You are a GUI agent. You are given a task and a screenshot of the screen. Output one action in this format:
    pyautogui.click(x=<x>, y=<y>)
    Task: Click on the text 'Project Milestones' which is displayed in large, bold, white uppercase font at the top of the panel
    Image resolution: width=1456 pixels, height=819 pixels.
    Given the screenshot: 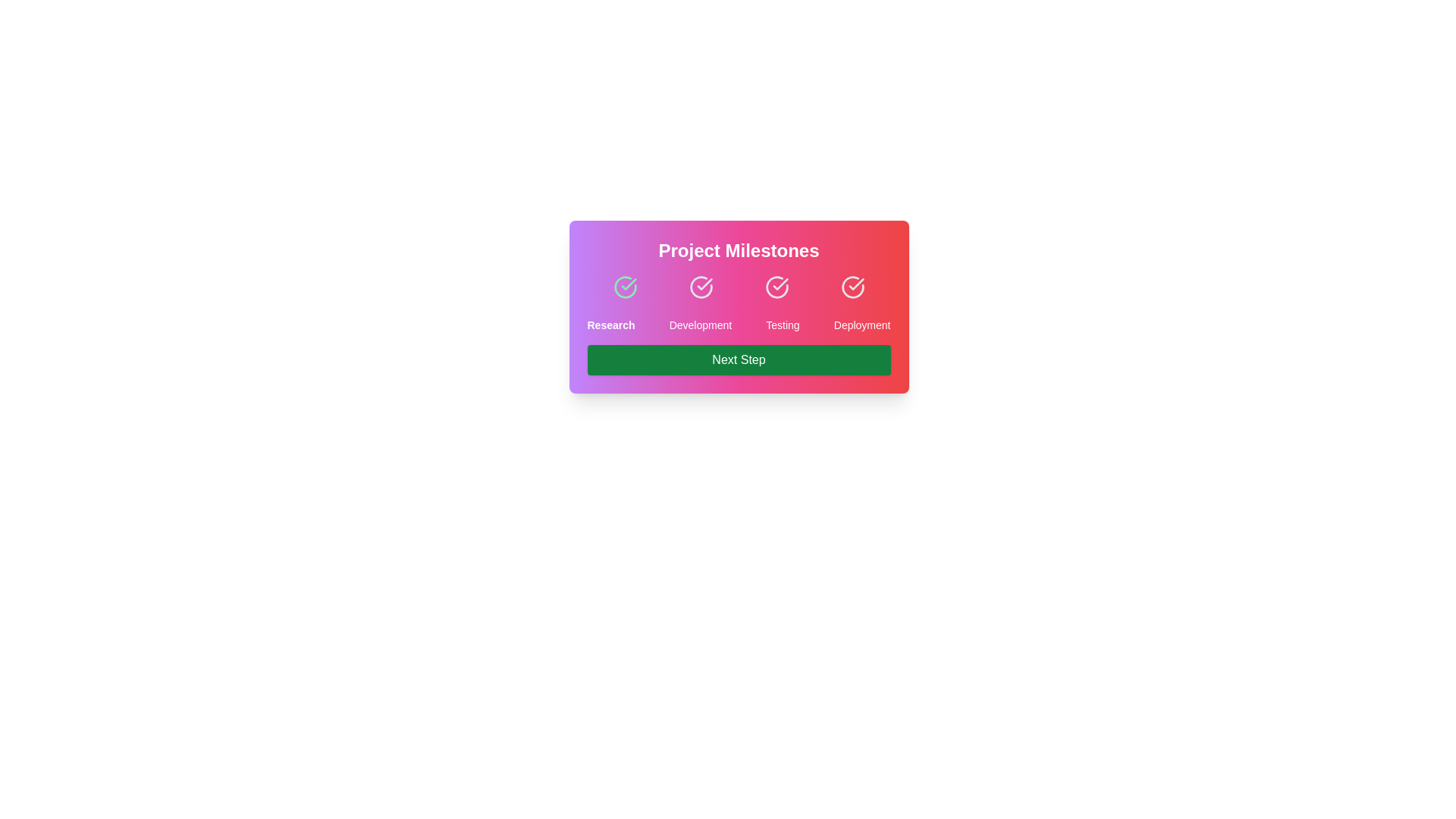 What is the action you would take?
    pyautogui.click(x=739, y=250)
    